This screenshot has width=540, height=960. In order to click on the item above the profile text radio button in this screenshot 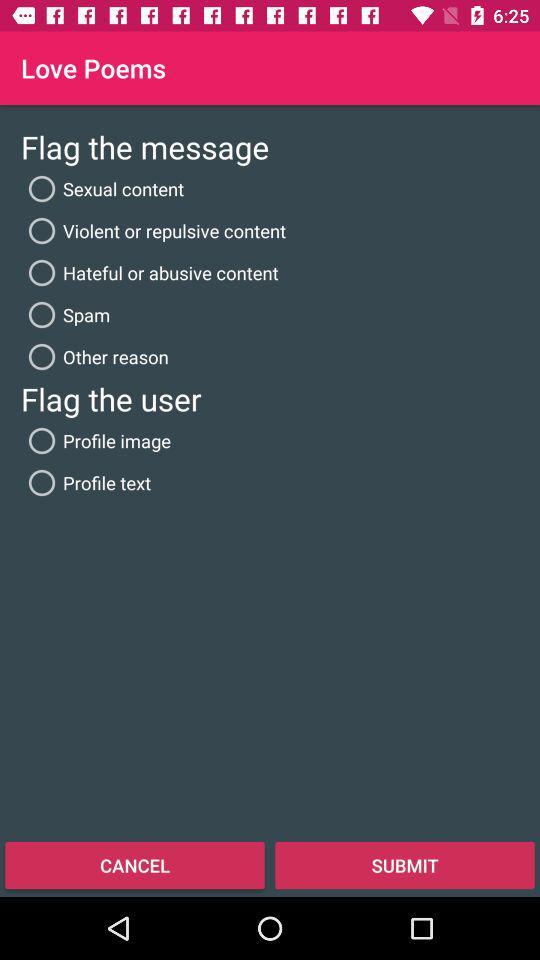, I will do `click(95, 441)`.